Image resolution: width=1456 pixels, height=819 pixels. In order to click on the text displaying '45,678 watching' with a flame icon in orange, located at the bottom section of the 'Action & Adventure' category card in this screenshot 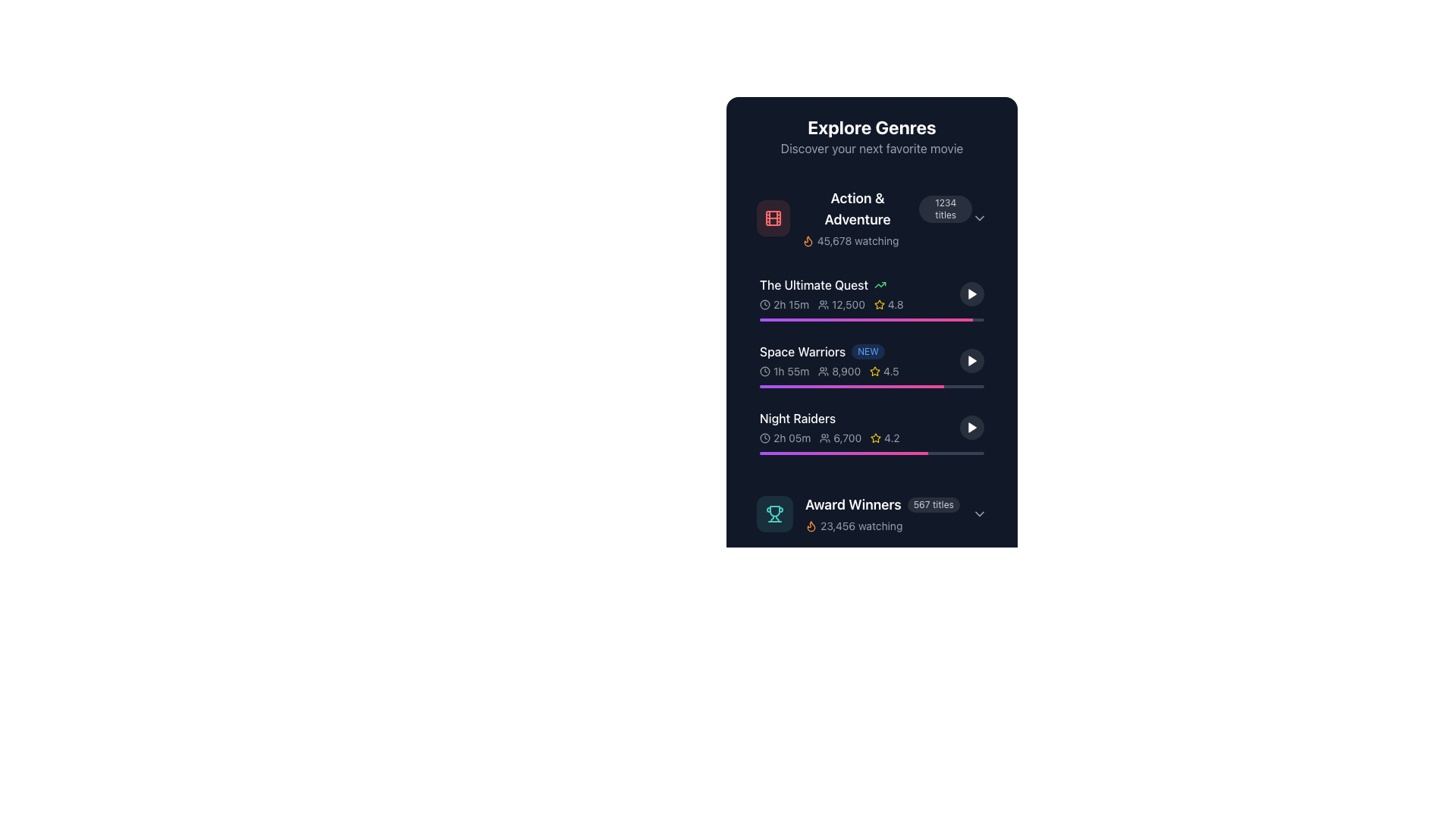, I will do `click(886, 240)`.